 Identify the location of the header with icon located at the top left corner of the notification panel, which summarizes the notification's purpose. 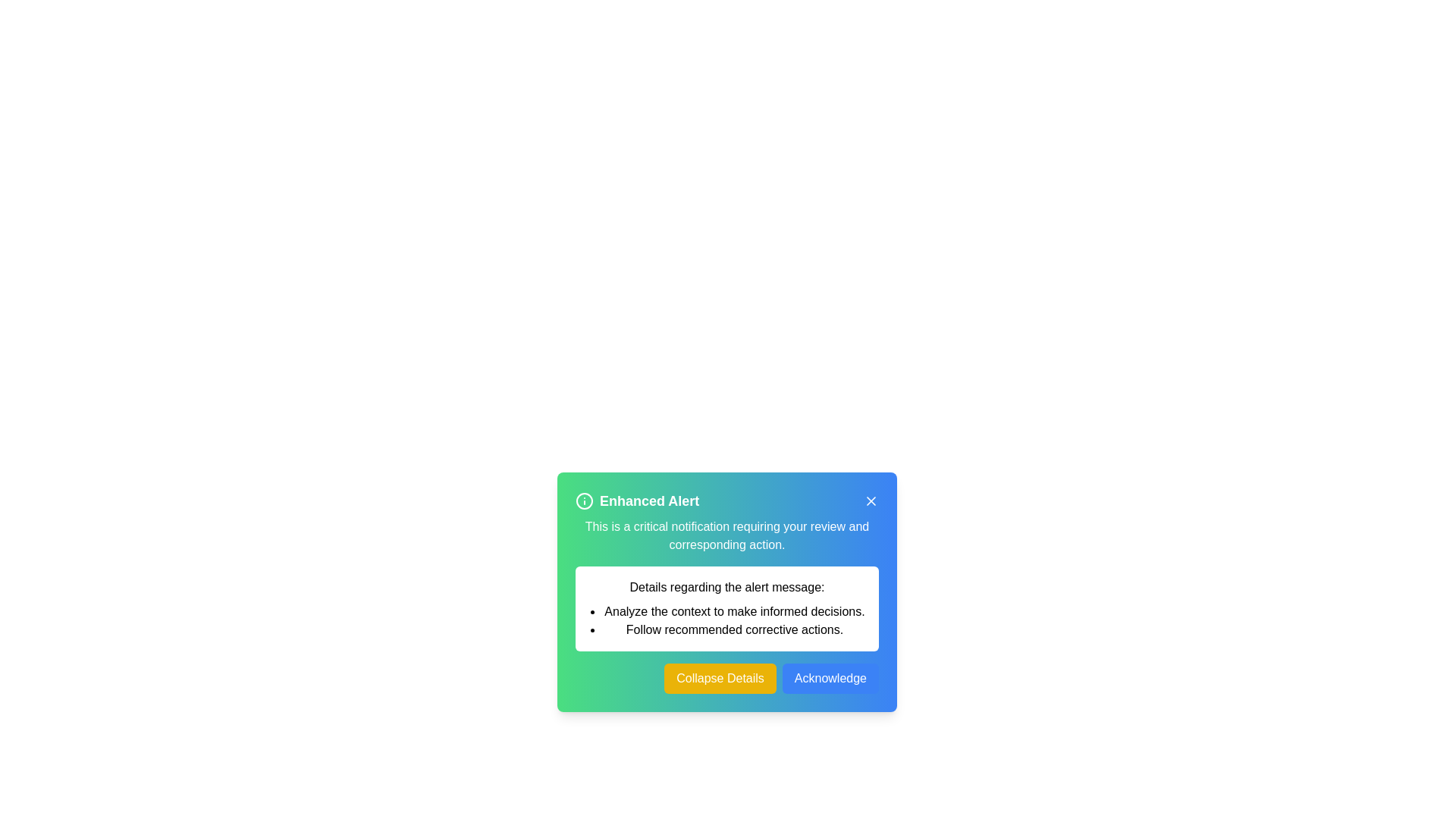
(637, 500).